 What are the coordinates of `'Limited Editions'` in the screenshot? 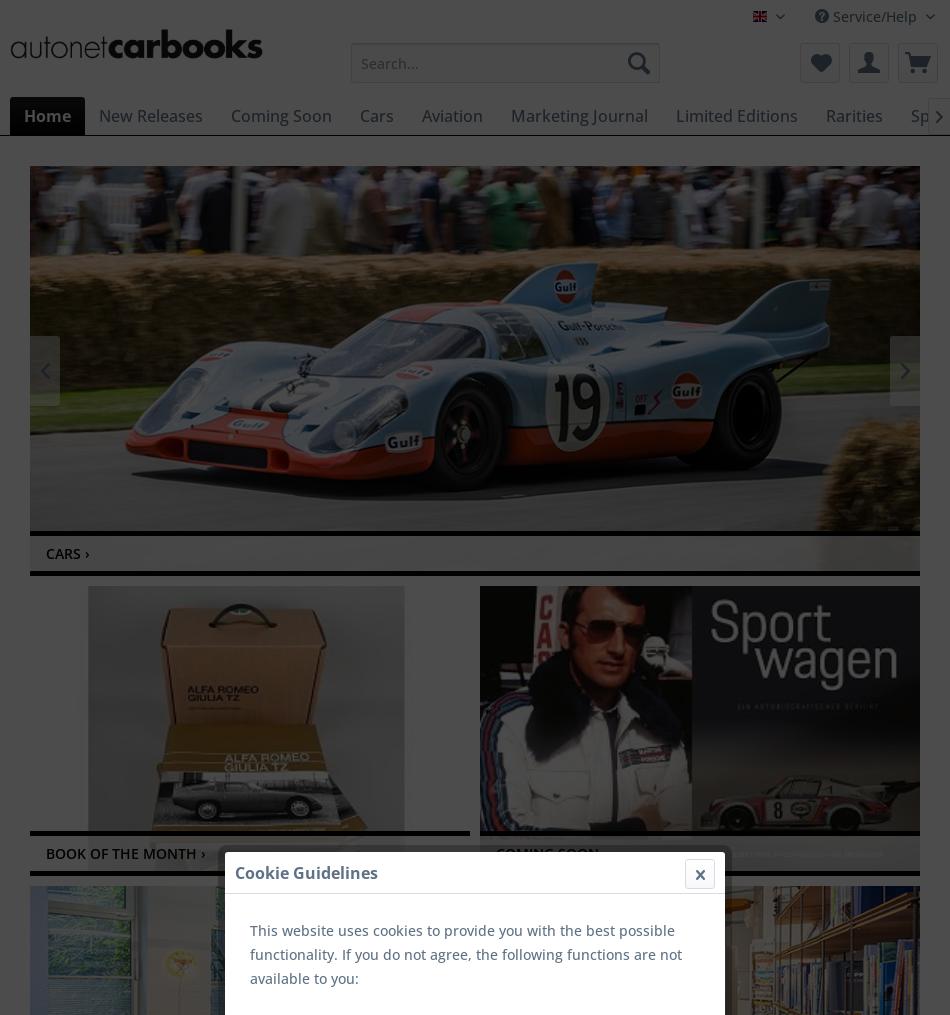 It's located at (736, 114).